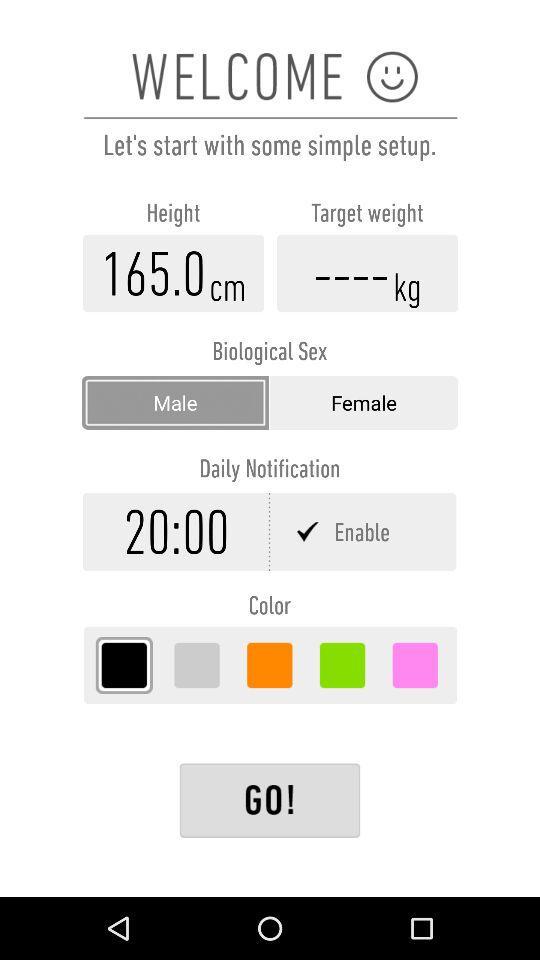 The width and height of the screenshot is (540, 960). Describe the element at coordinates (363, 530) in the screenshot. I see `enable notification` at that location.